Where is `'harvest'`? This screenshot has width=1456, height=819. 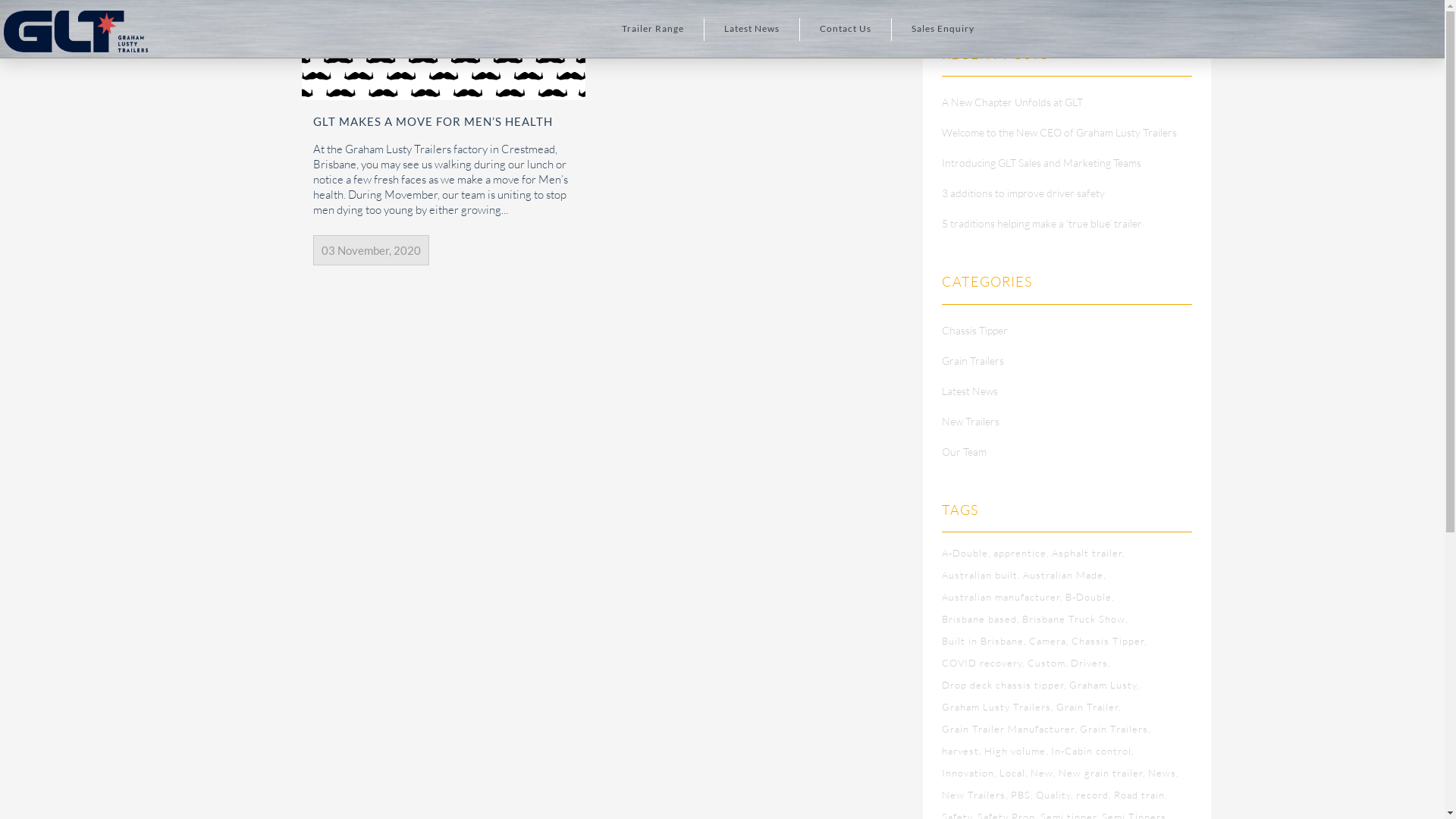
'harvest' is located at coordinates (941, 751).